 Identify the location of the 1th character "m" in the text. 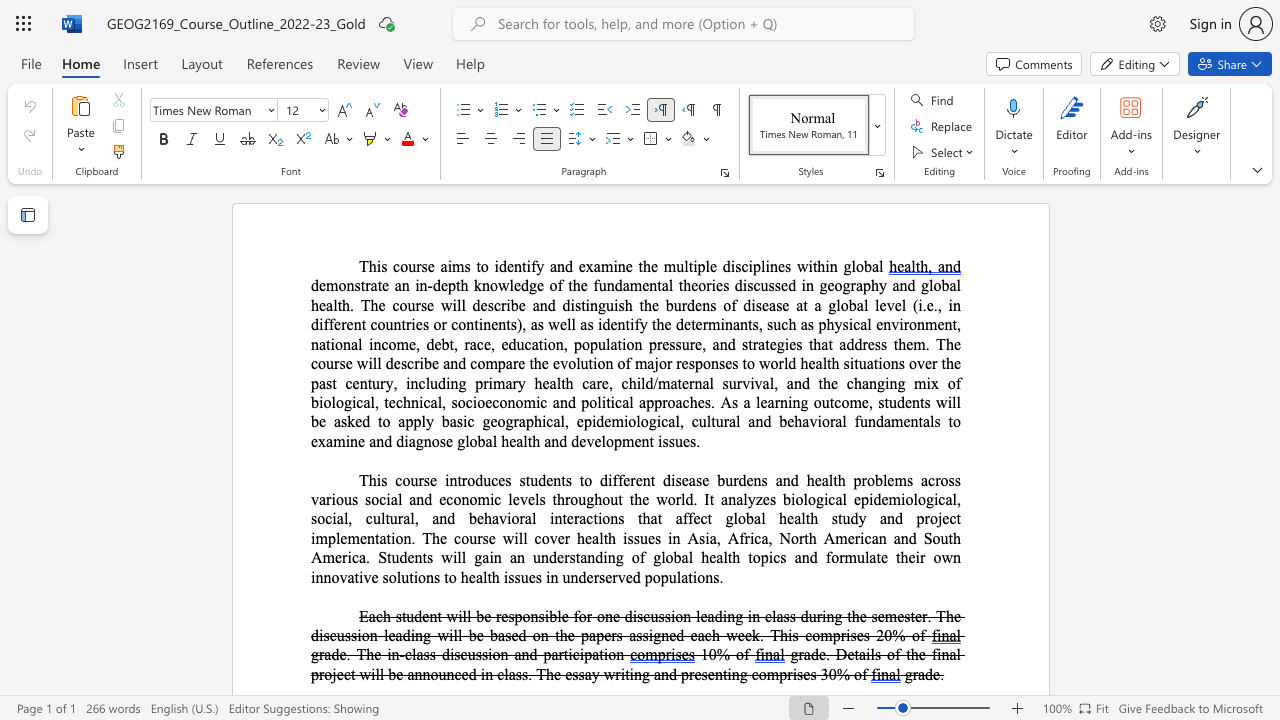
(918, 343).